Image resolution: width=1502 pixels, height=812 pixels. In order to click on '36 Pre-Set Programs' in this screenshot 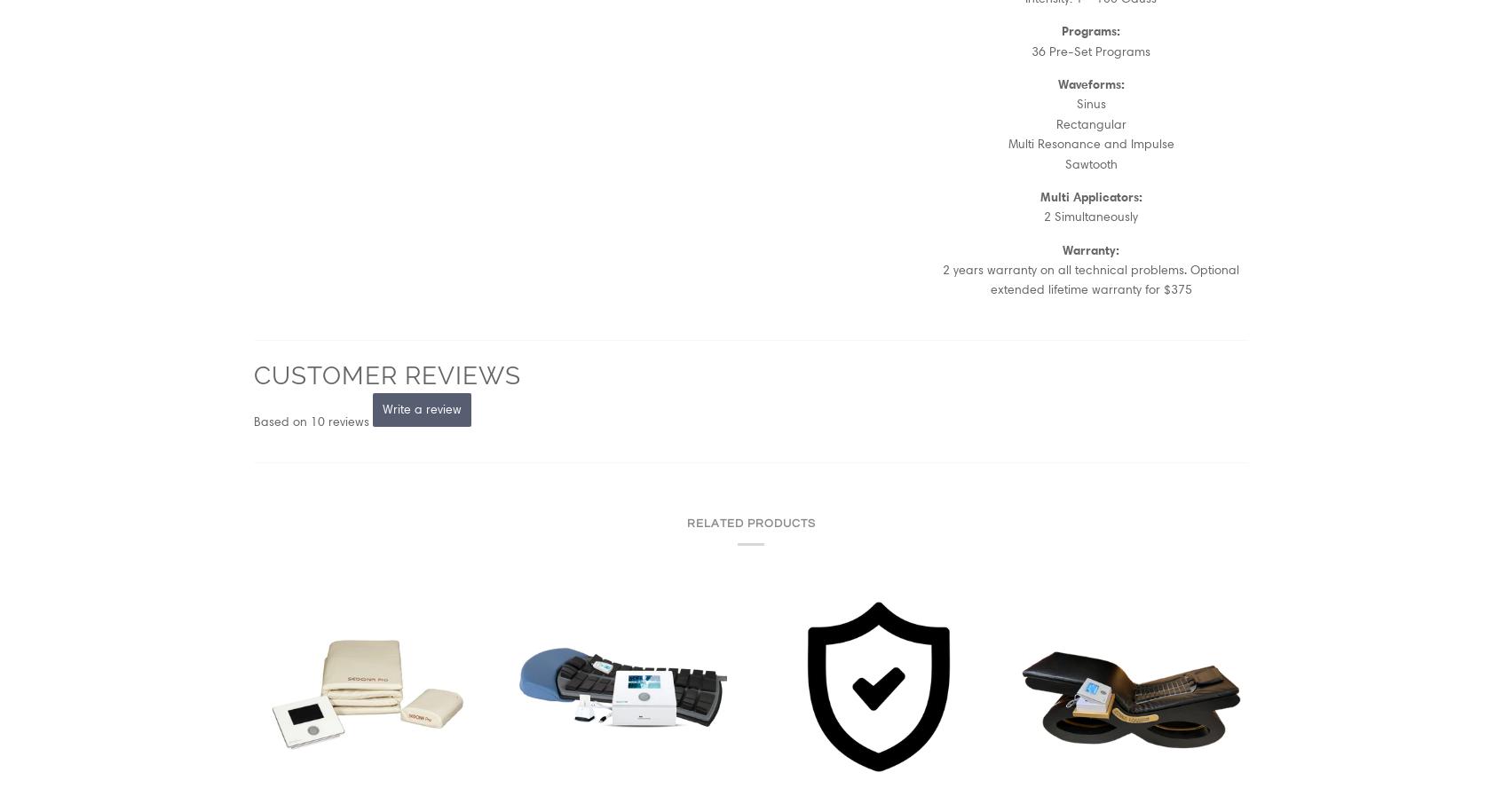, I will do `click(1091, 50)`.